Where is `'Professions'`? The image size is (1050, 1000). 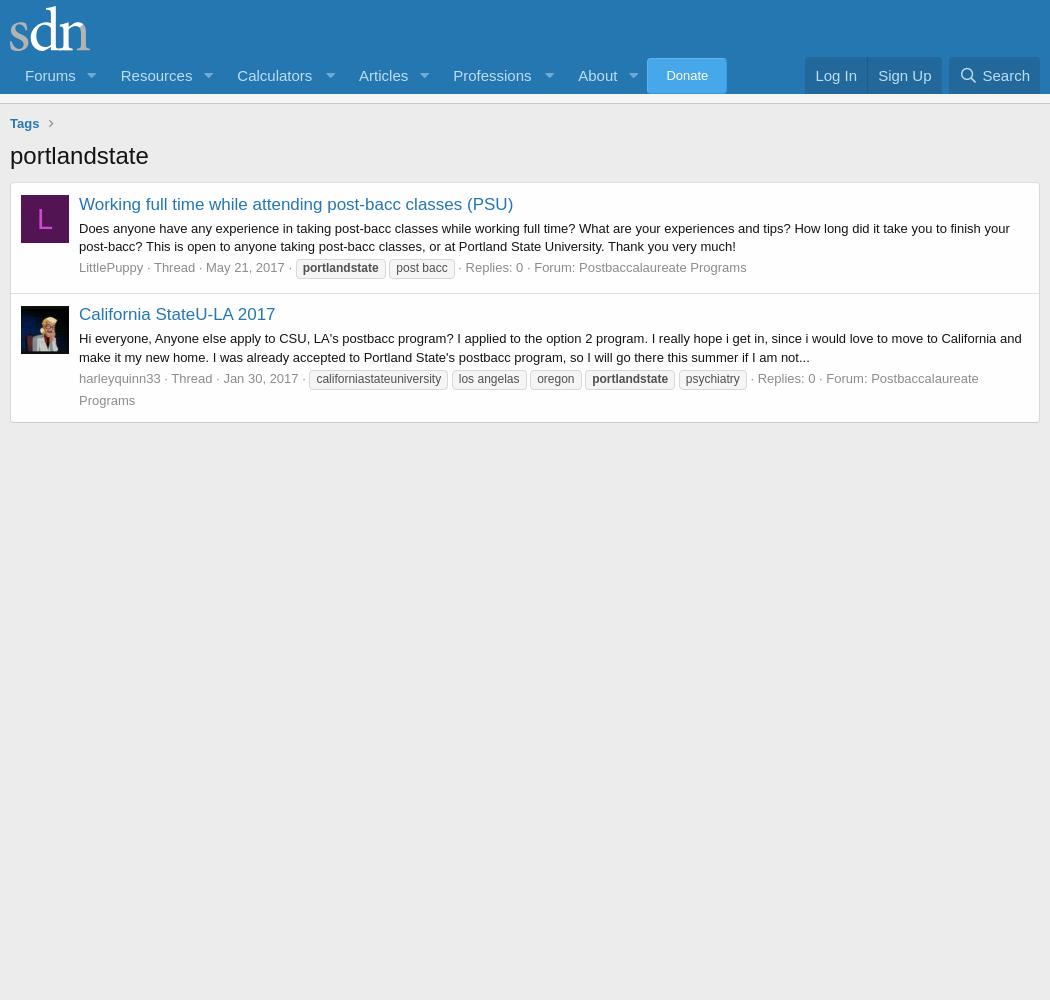 'Professions' is located at coordinates (491, 74).